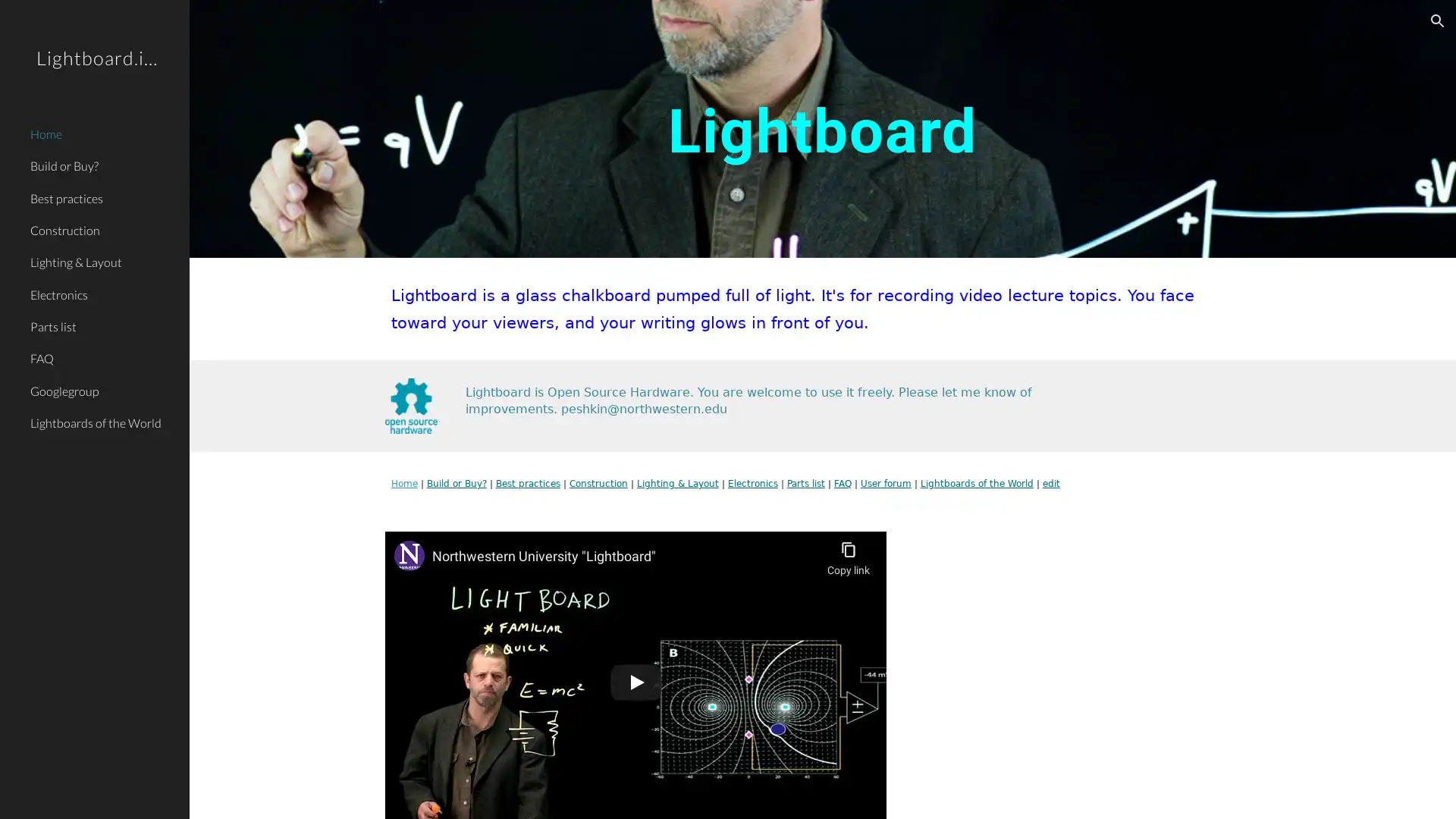 This screenshot has height=819, width=1456. Describe the element at coordinates (864, 28) in the screenshot. I see `Skip to navigation` at that location.